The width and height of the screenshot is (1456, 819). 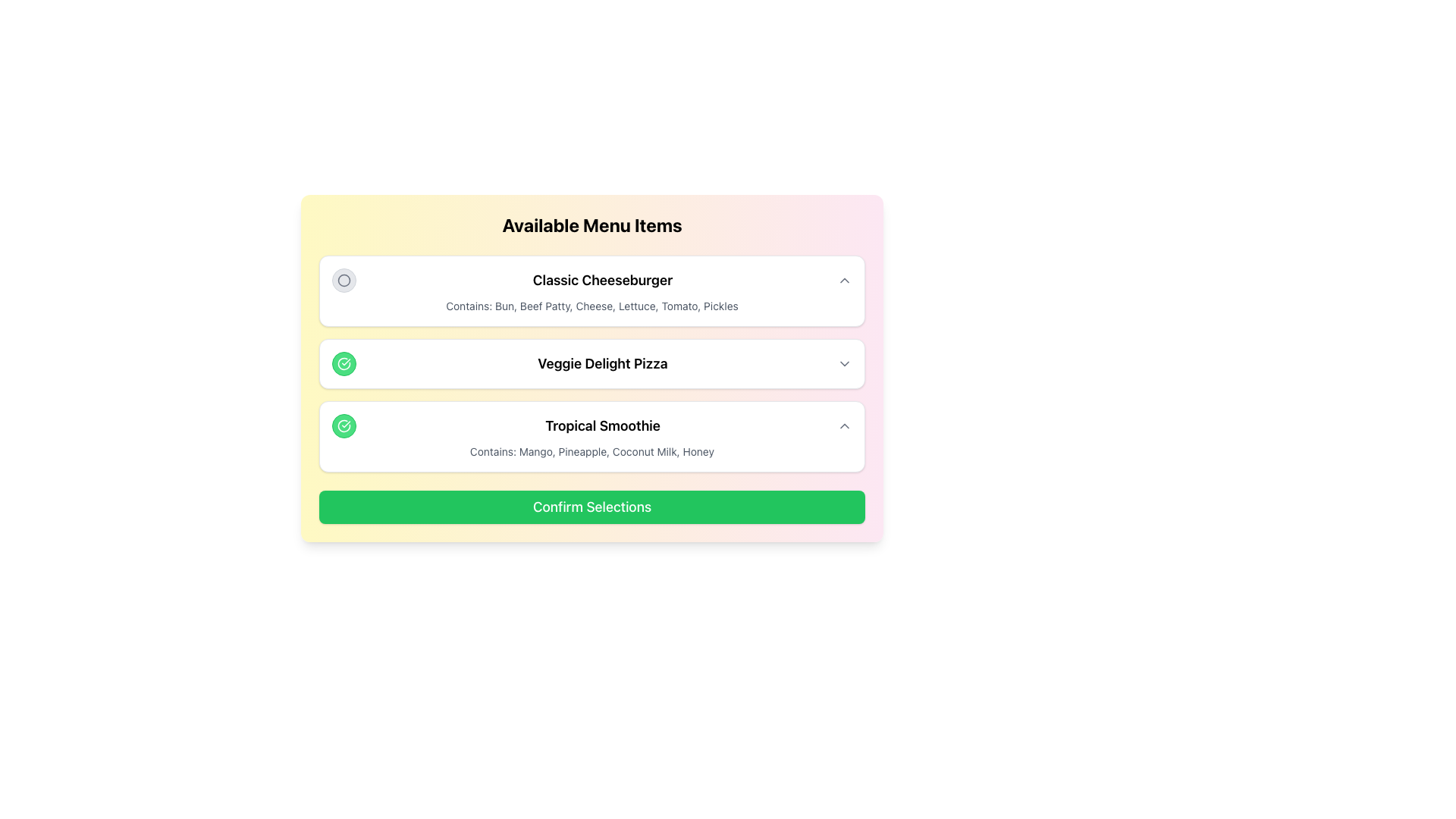 What do you see at coordinates (843, 426) in the screenshot?
I see `the chevron icon button for the 'Tropical Smoothie' item to change its style` at bounding box center [843, 426].